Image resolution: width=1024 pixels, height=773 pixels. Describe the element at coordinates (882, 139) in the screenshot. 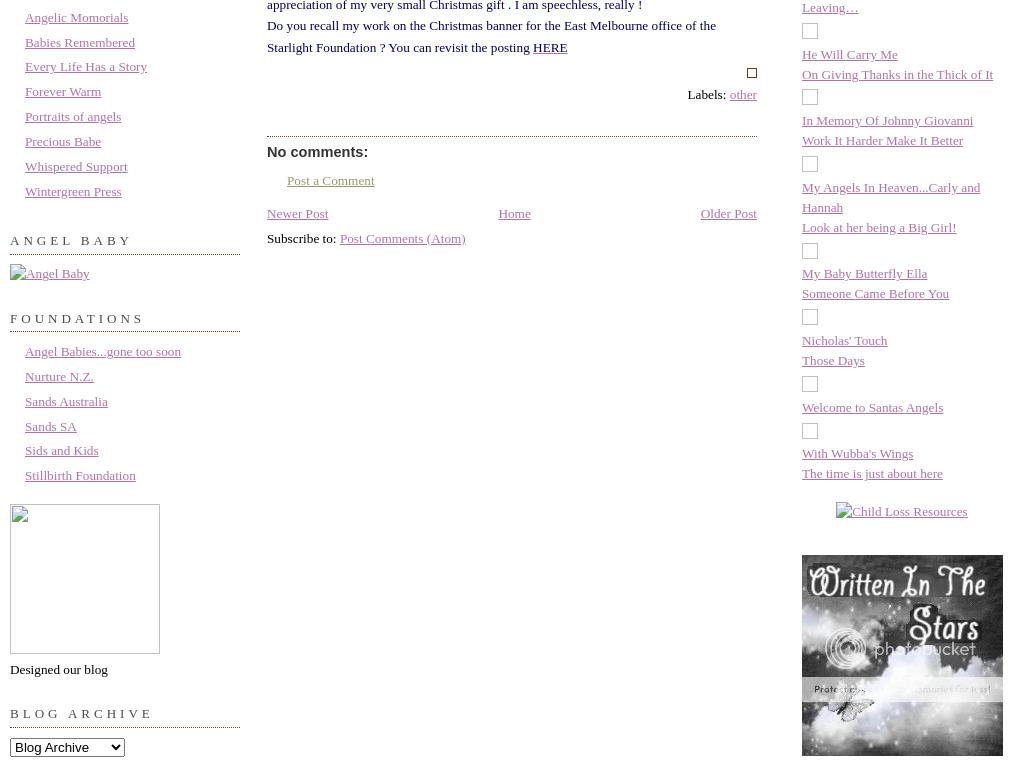

I see `'Work It Harder Make It Better'` at that location.